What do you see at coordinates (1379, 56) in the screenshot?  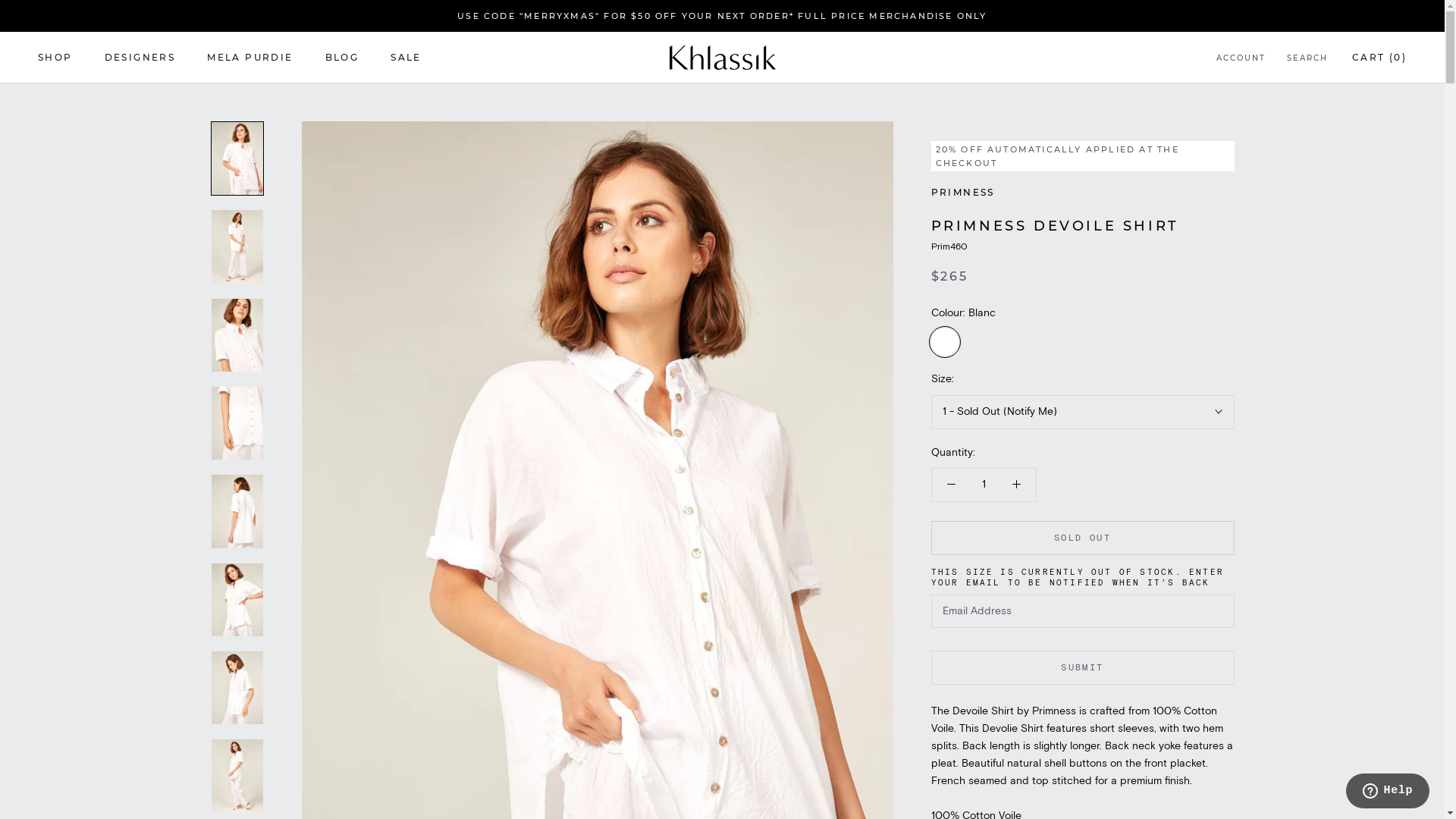 I see `'CART (0)'` at bounding box center [1379, 56].